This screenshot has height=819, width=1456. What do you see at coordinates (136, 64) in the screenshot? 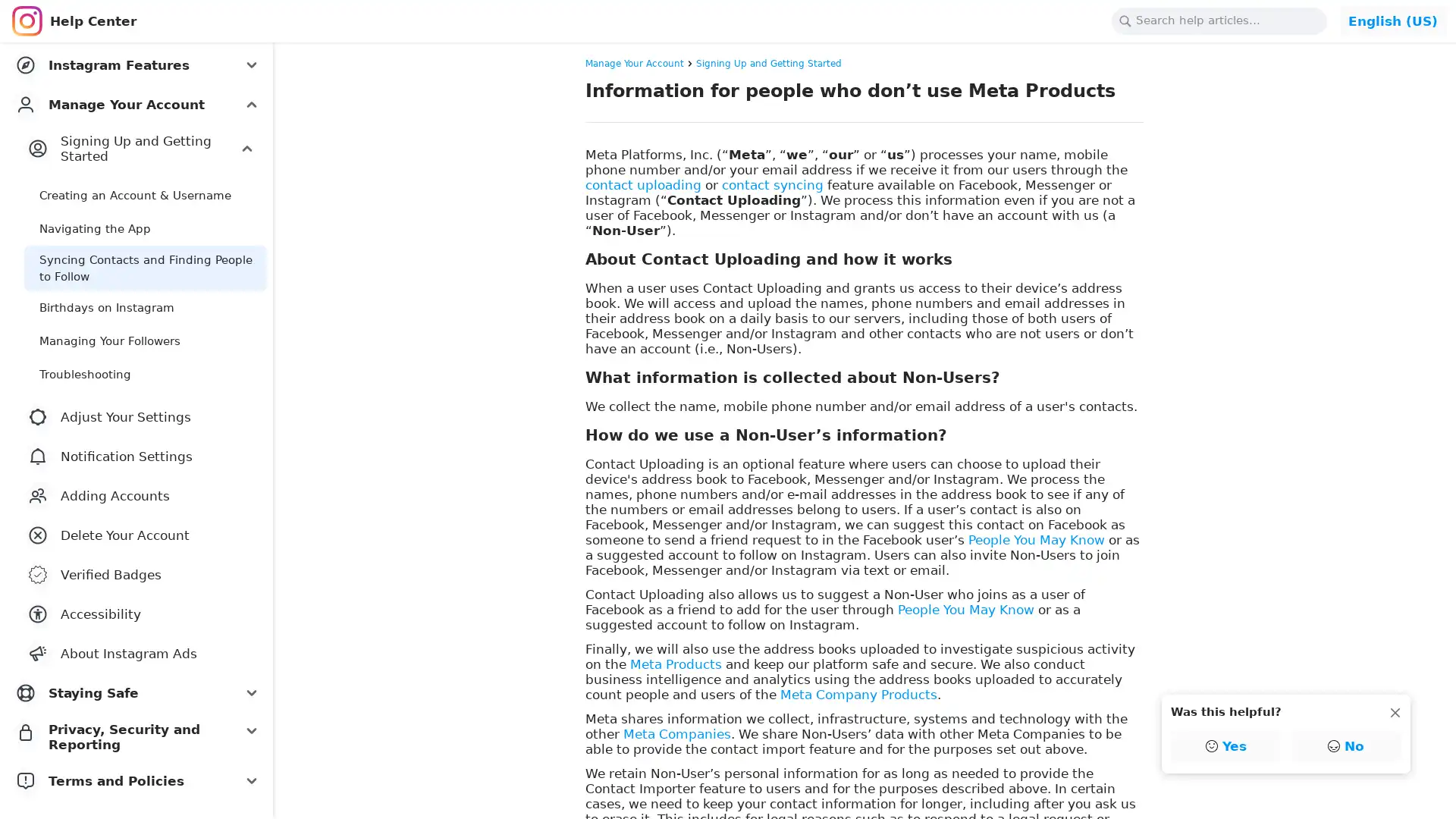
I see `Instagram Features` at bounding box center [136, 64].